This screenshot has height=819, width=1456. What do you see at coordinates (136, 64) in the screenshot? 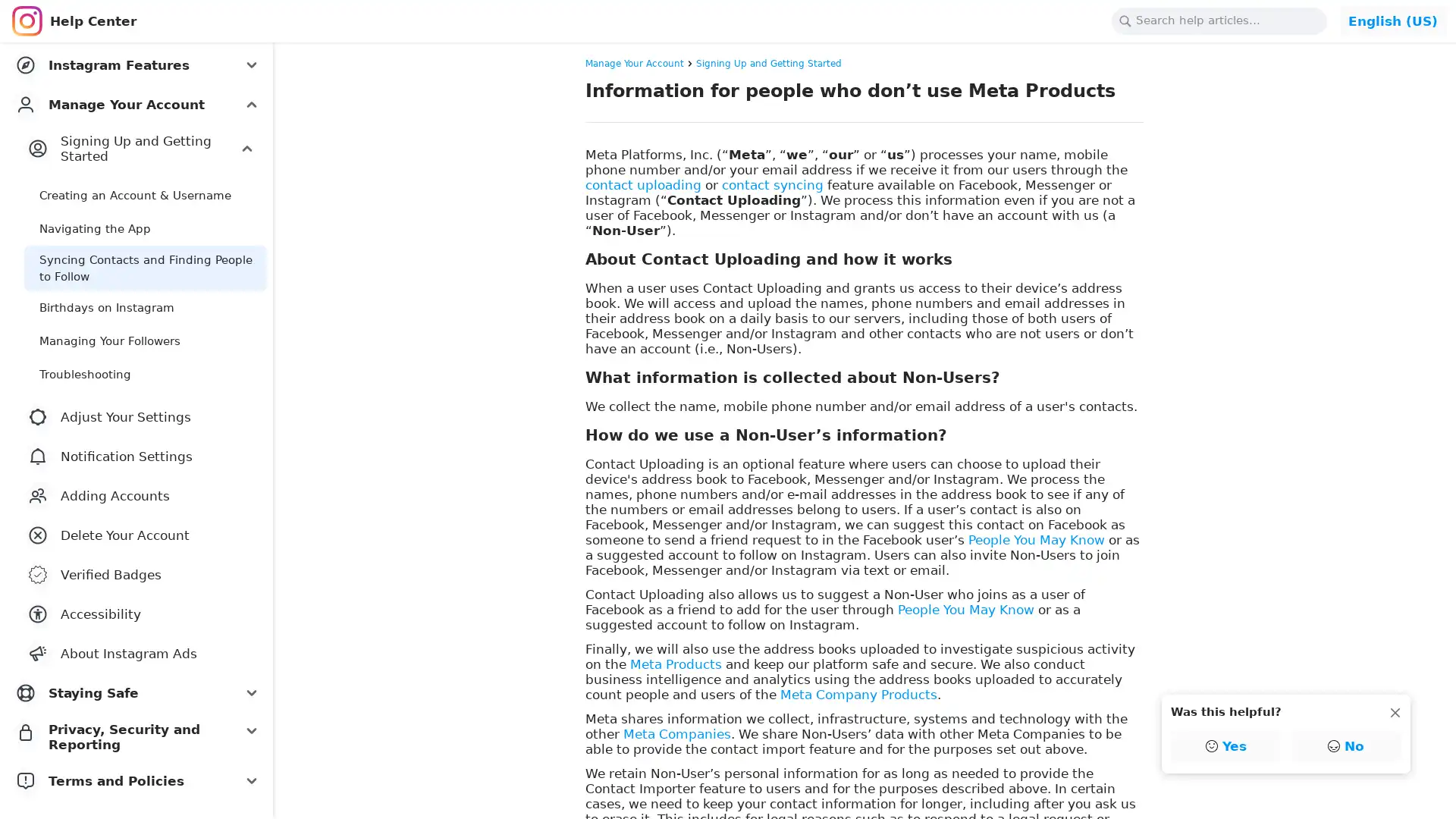
I see `Instagram Features` at bounding box center [136, 64].